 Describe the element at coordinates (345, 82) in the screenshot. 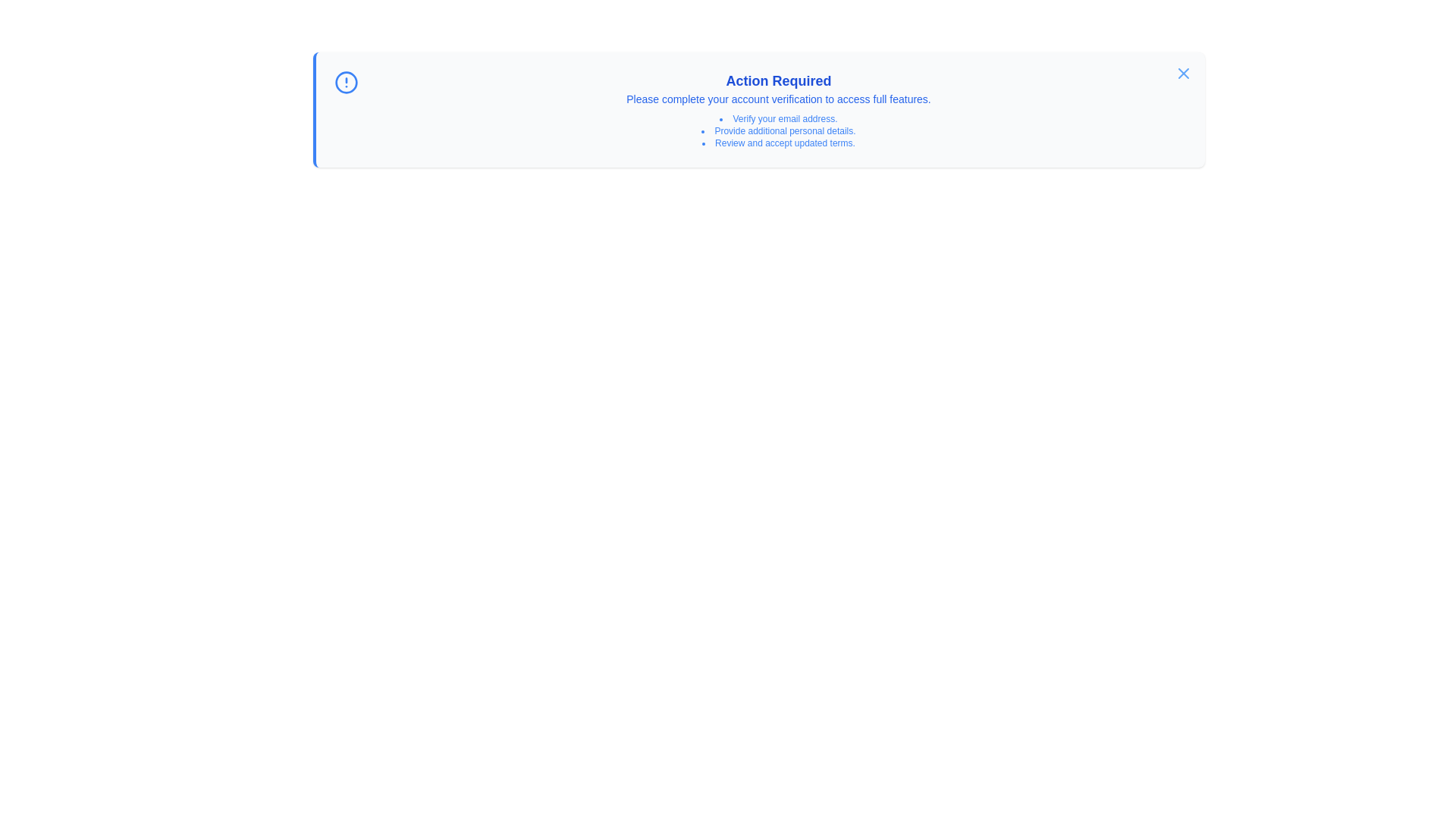

I see `the notification icon to interact with it` at that location.